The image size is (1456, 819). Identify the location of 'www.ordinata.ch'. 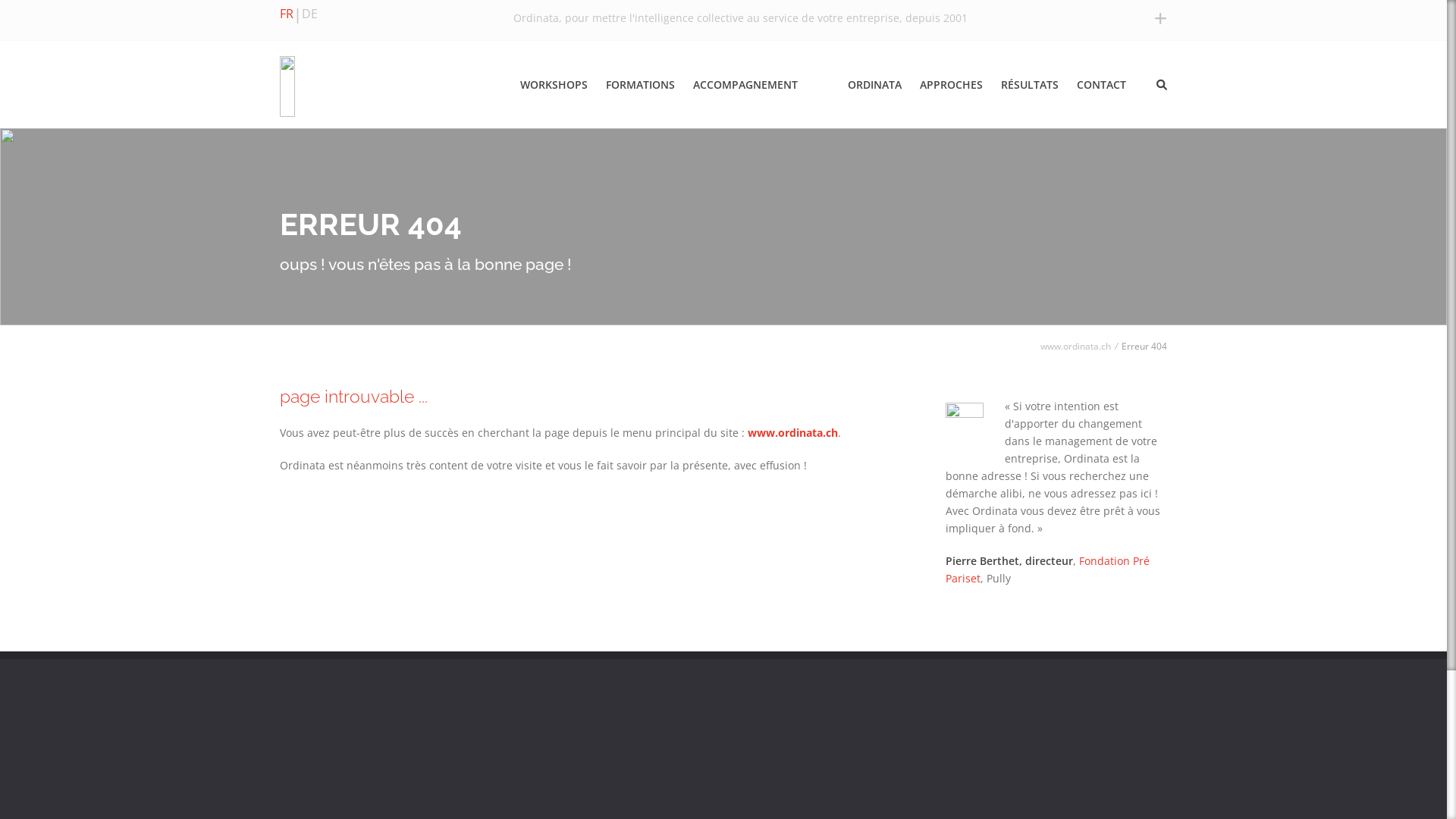
(747, 432).